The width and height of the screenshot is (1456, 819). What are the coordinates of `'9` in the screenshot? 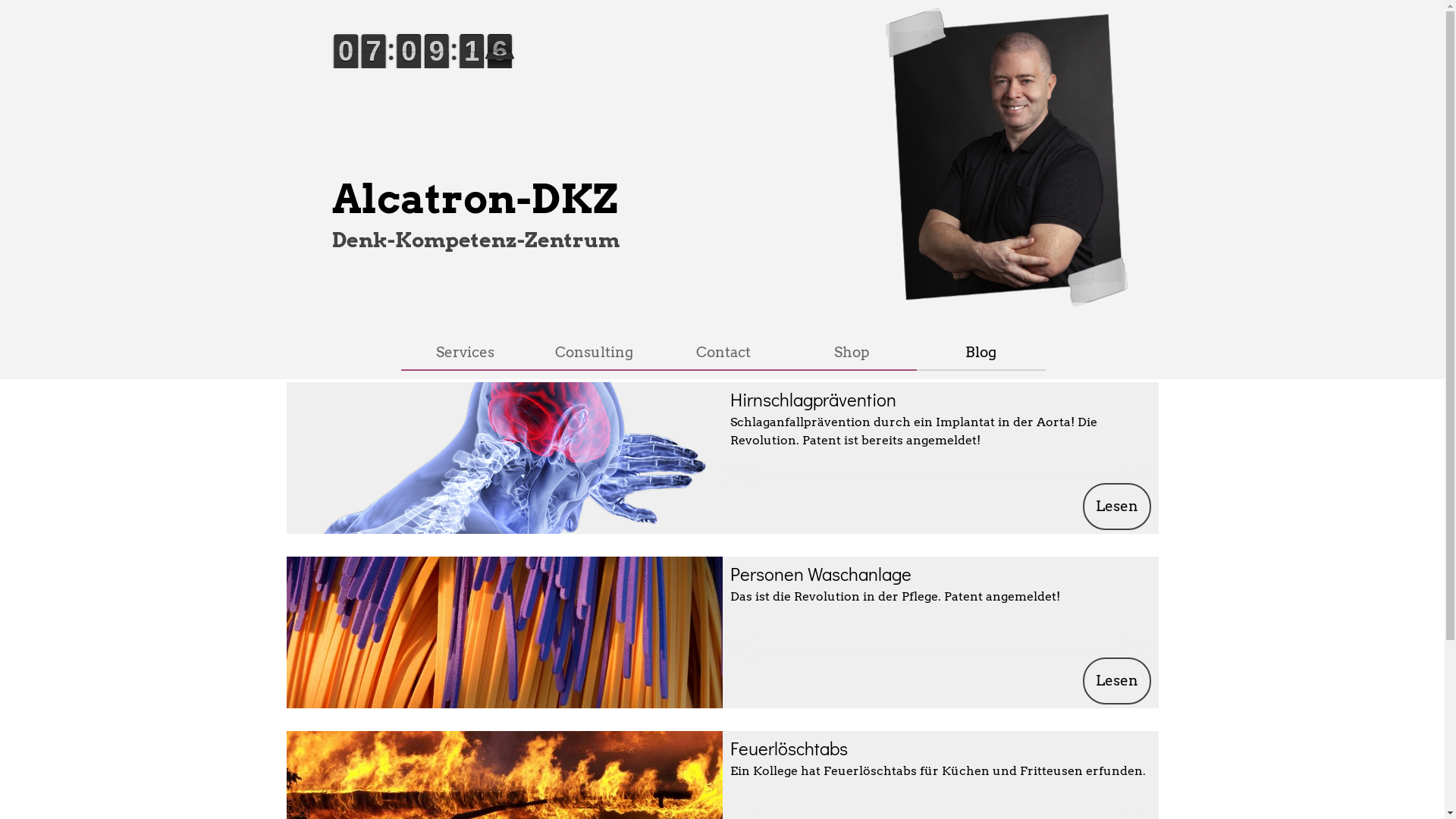 It's located at (419, 69).